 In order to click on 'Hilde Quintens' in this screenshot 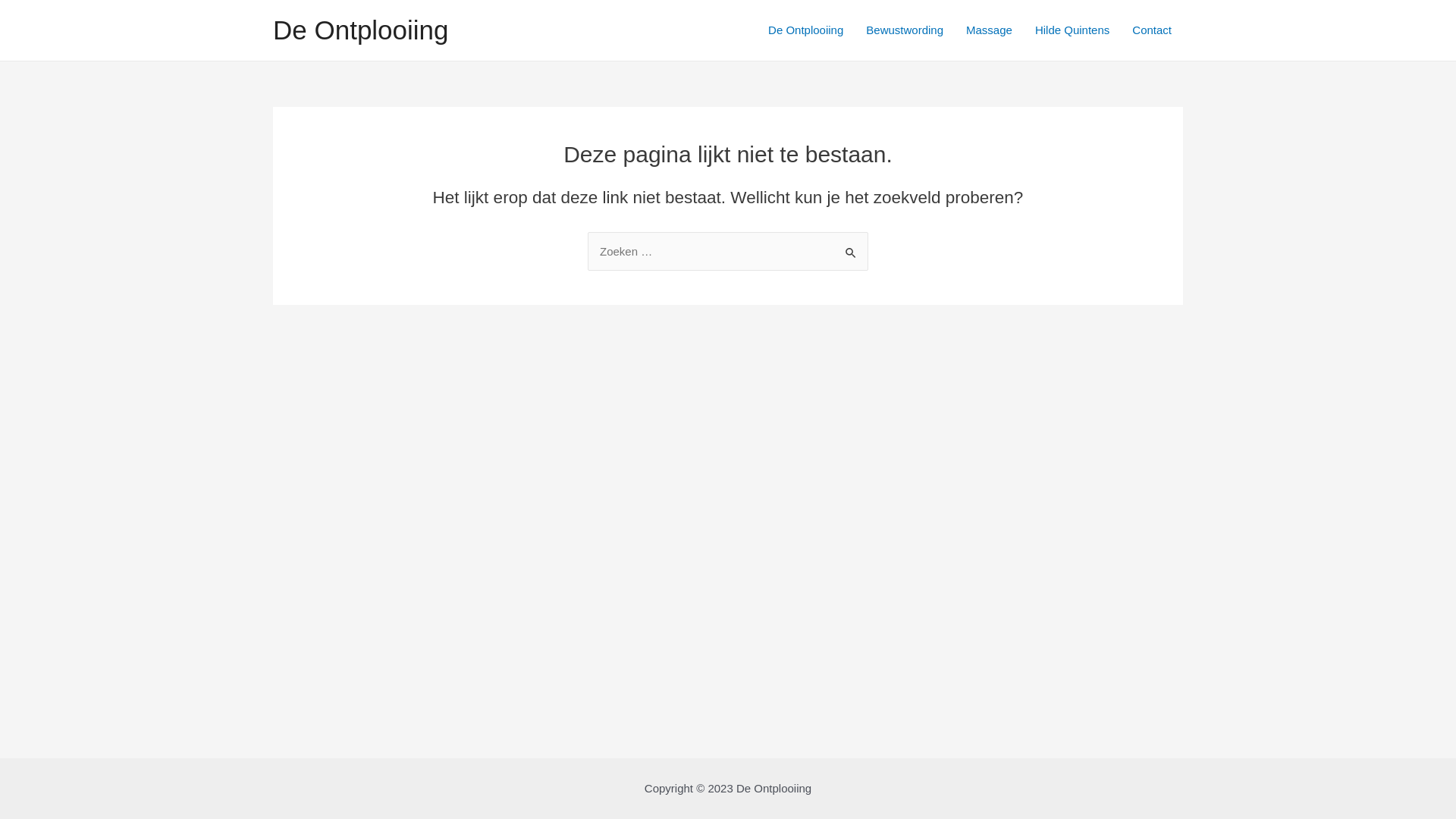, I will do `click(1072, 30)`.